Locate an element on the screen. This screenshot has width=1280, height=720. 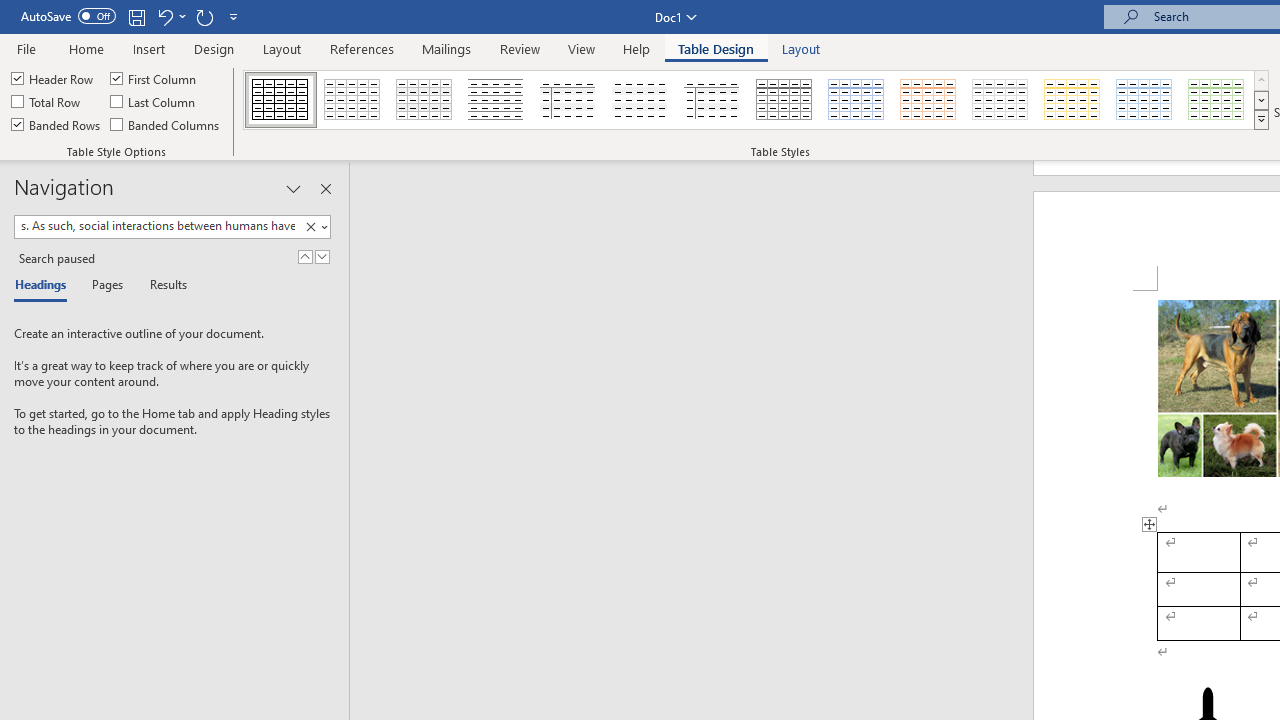
'Previous Result' is located at coordinates (304, 256).